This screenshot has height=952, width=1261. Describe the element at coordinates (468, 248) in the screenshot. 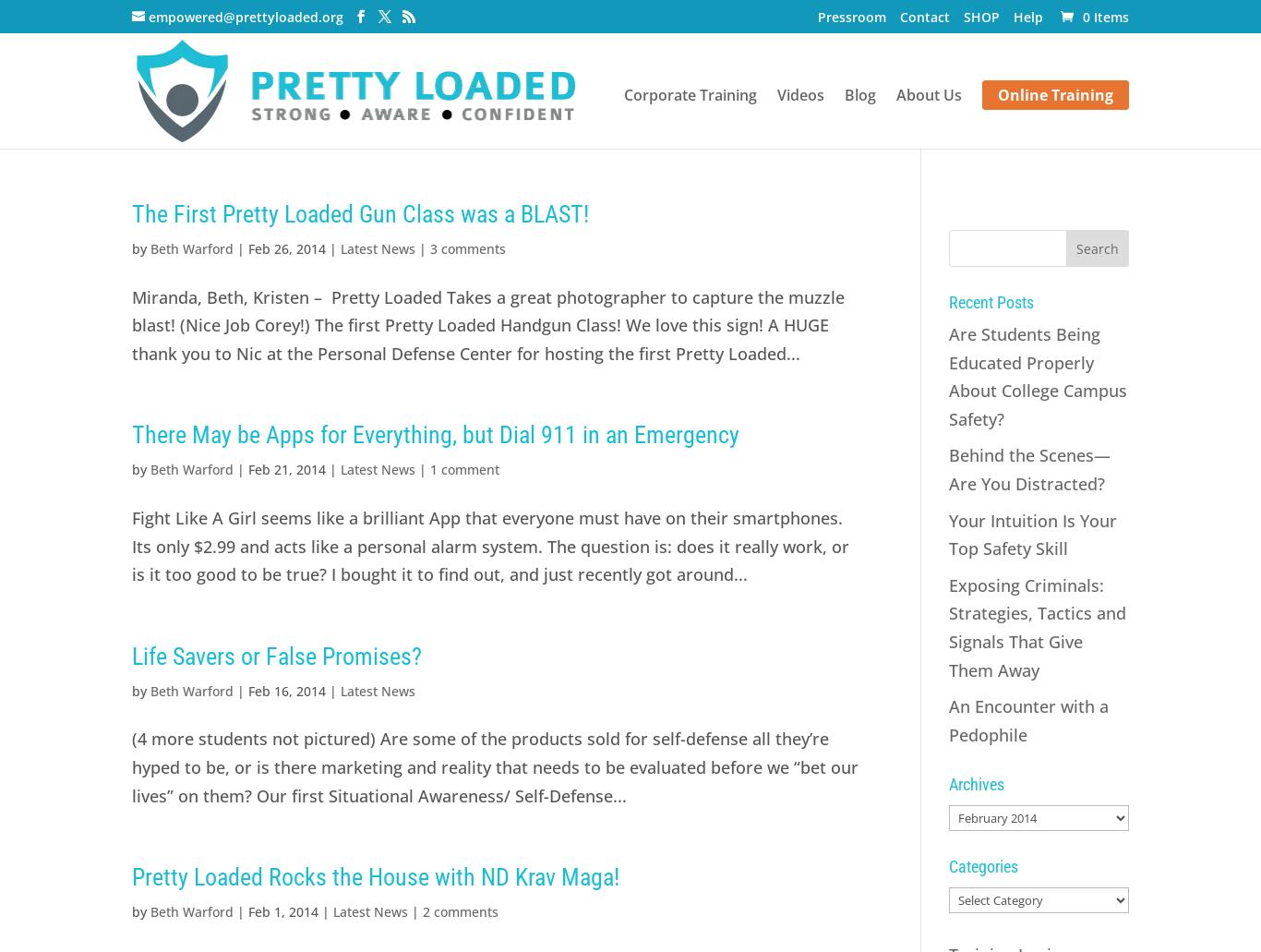

I see `'3 comments'` at that location.